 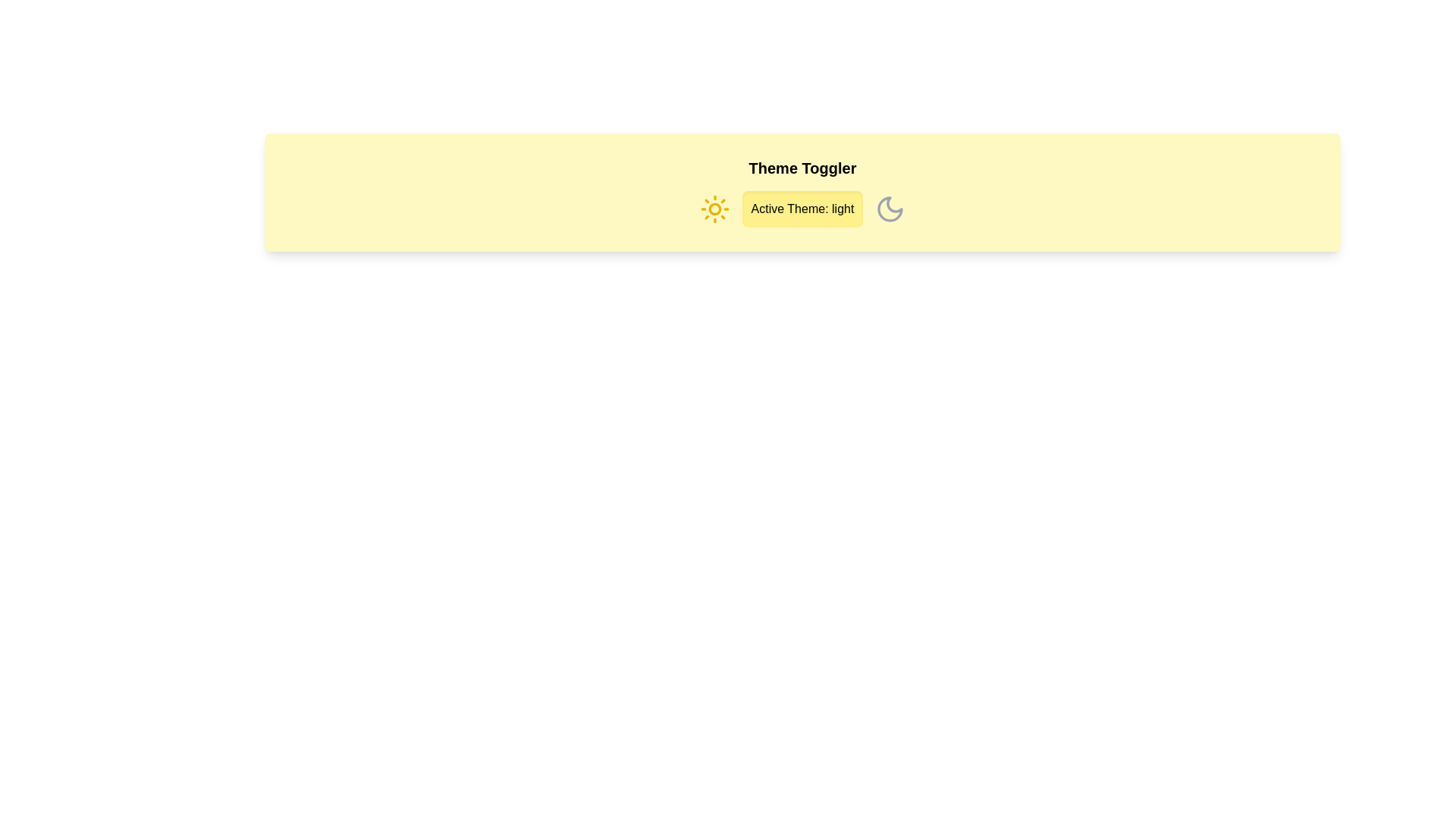 I want to click on the moon icon to set the theme to dark, so click(x=890, y=209).